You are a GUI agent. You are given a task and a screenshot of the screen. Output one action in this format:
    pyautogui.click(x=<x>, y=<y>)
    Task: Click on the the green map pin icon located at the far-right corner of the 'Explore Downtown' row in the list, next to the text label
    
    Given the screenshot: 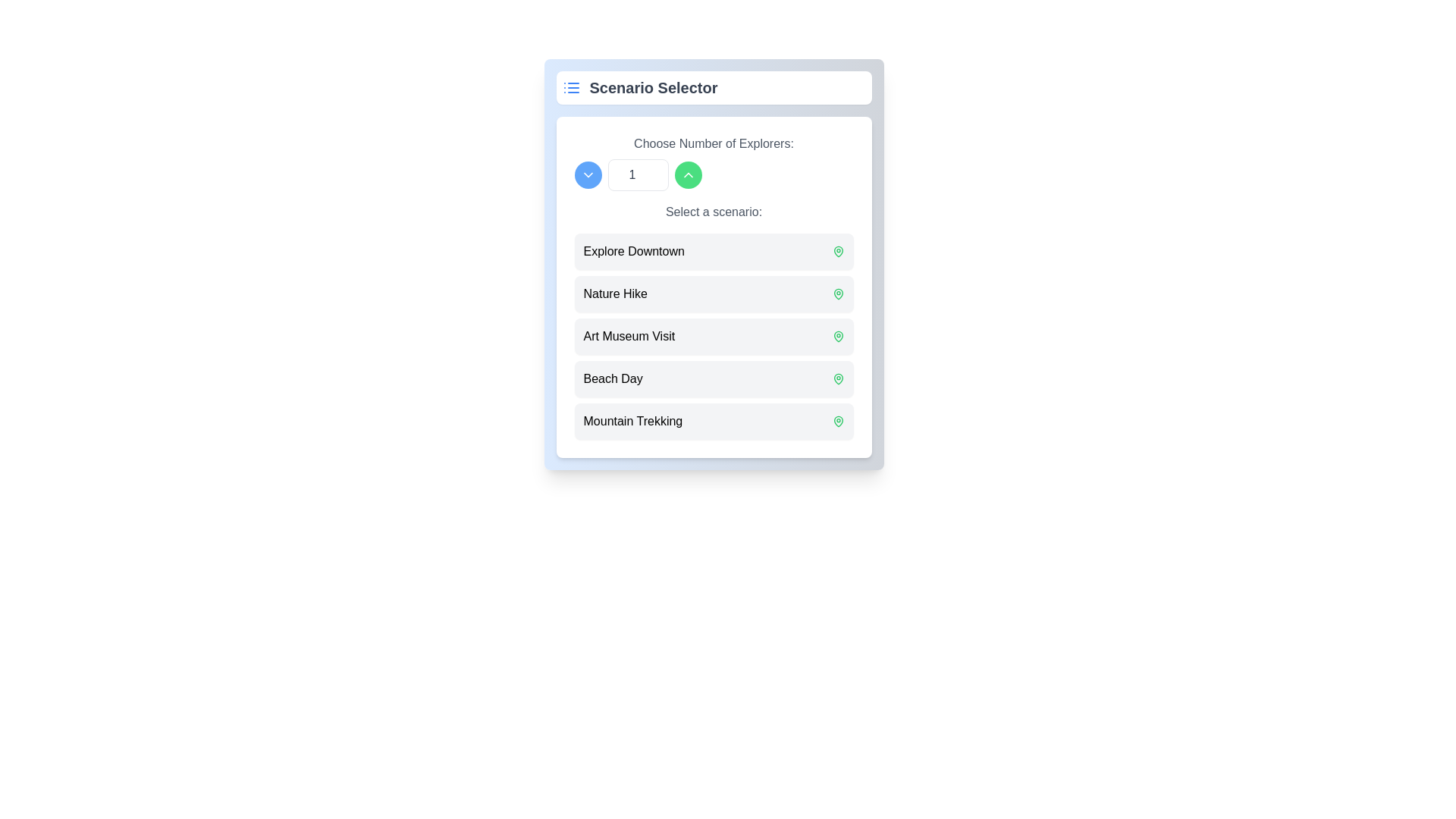 What is the action you would take?
    pyautogui.click(x=837, y=250)
    